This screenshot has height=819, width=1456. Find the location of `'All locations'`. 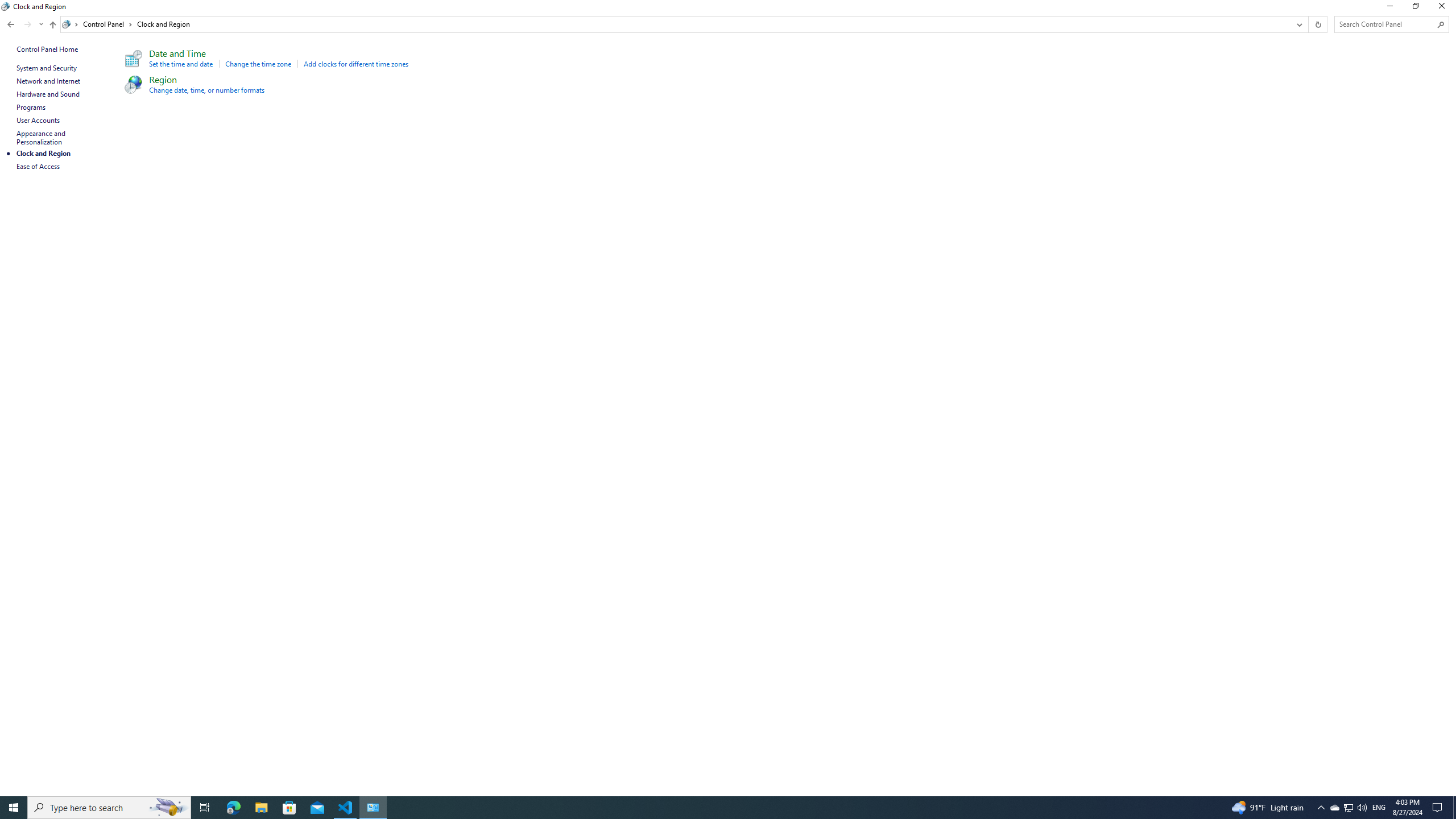

'All locations' is located at coordinates (70, 24).